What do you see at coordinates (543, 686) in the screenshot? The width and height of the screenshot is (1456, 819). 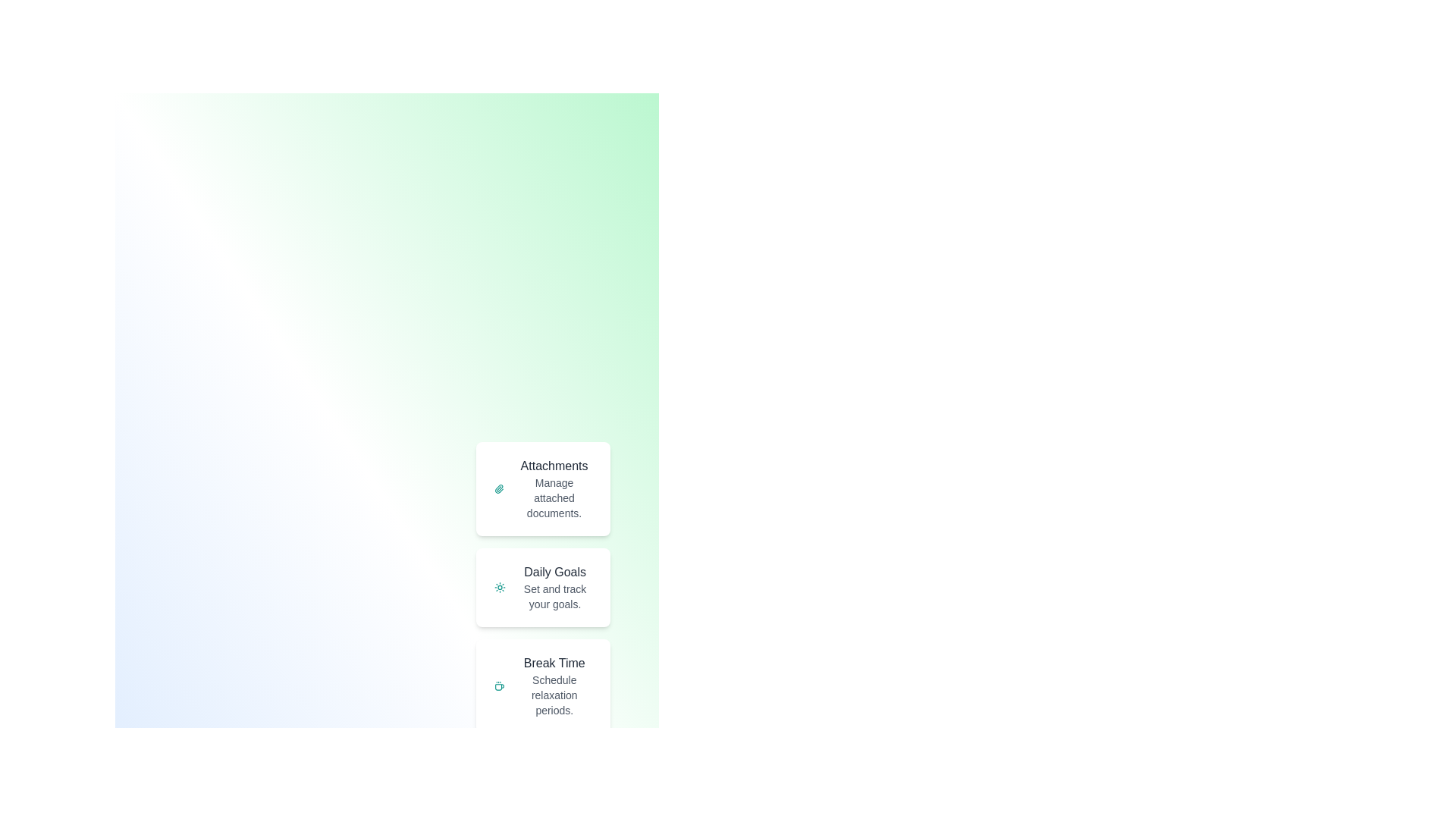 I see `the speed dial option Break Time to access its functionality` at bounding box center [543, 686].